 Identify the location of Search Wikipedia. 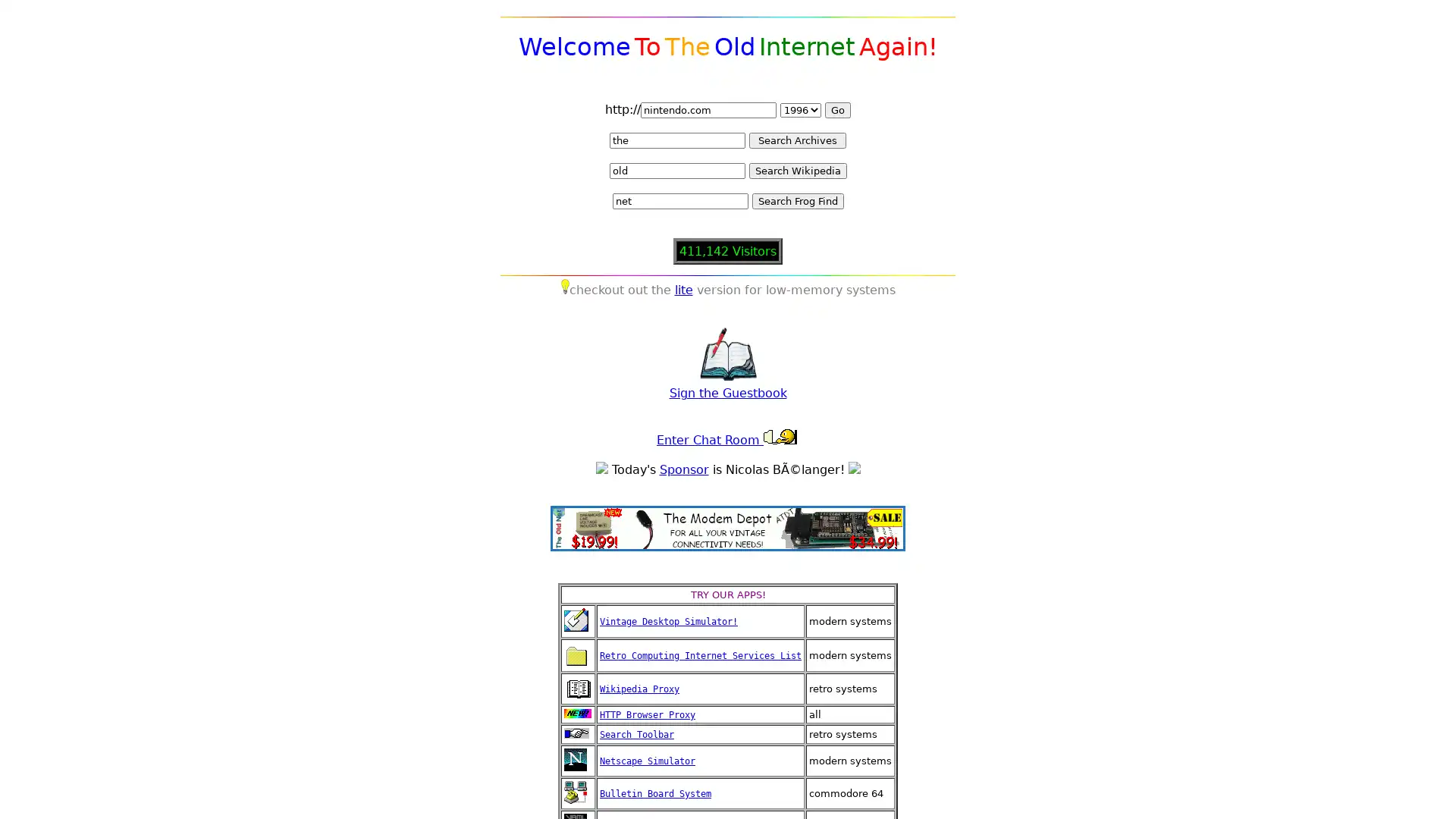
(796, 171).